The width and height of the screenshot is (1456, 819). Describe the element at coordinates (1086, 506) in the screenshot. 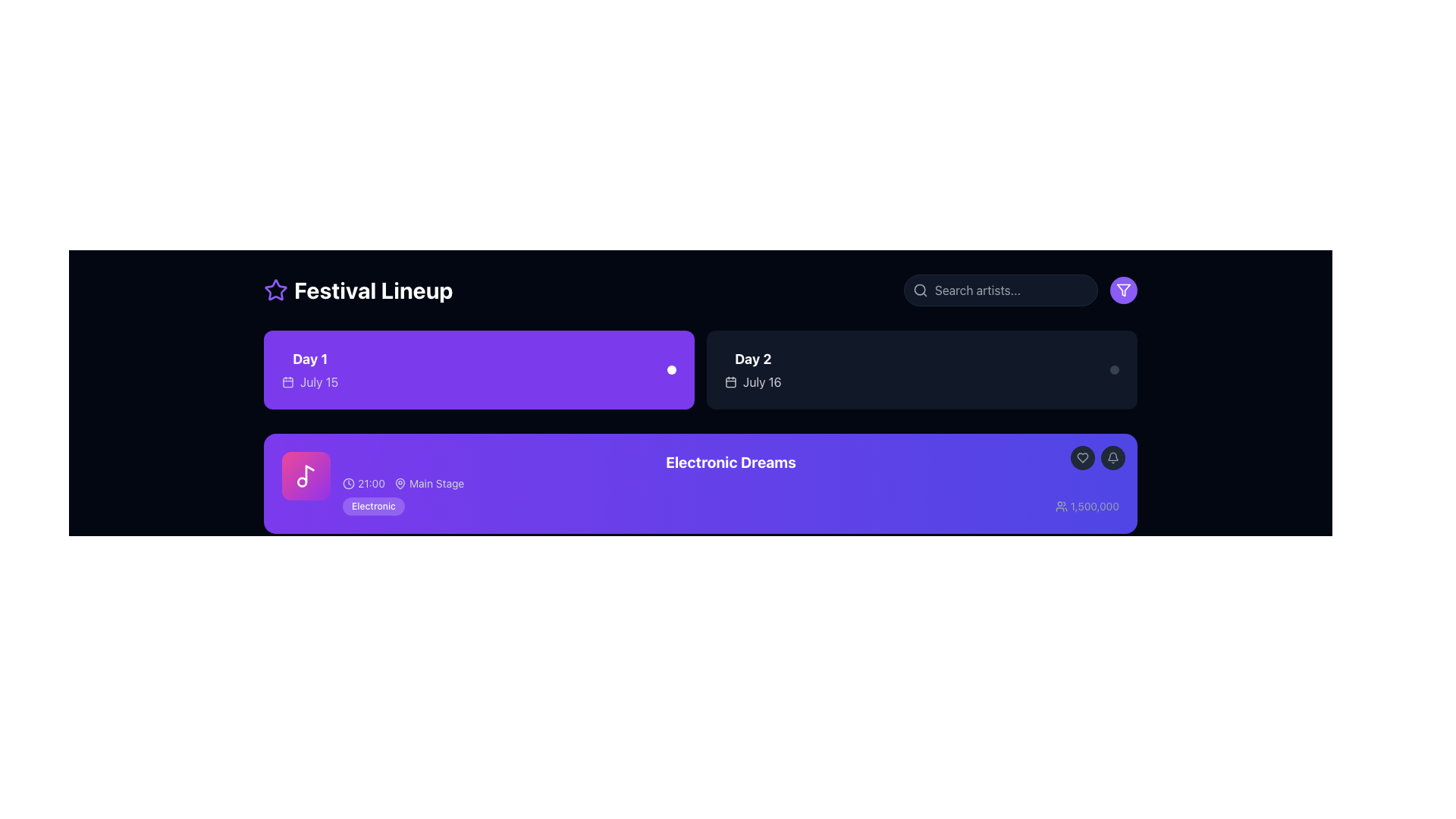

I see `the text with accompanying icon display indicating the number of users or attendees, located in the bottom-right corner of the purple card labeled 'Electronic Dreams'` at that location.